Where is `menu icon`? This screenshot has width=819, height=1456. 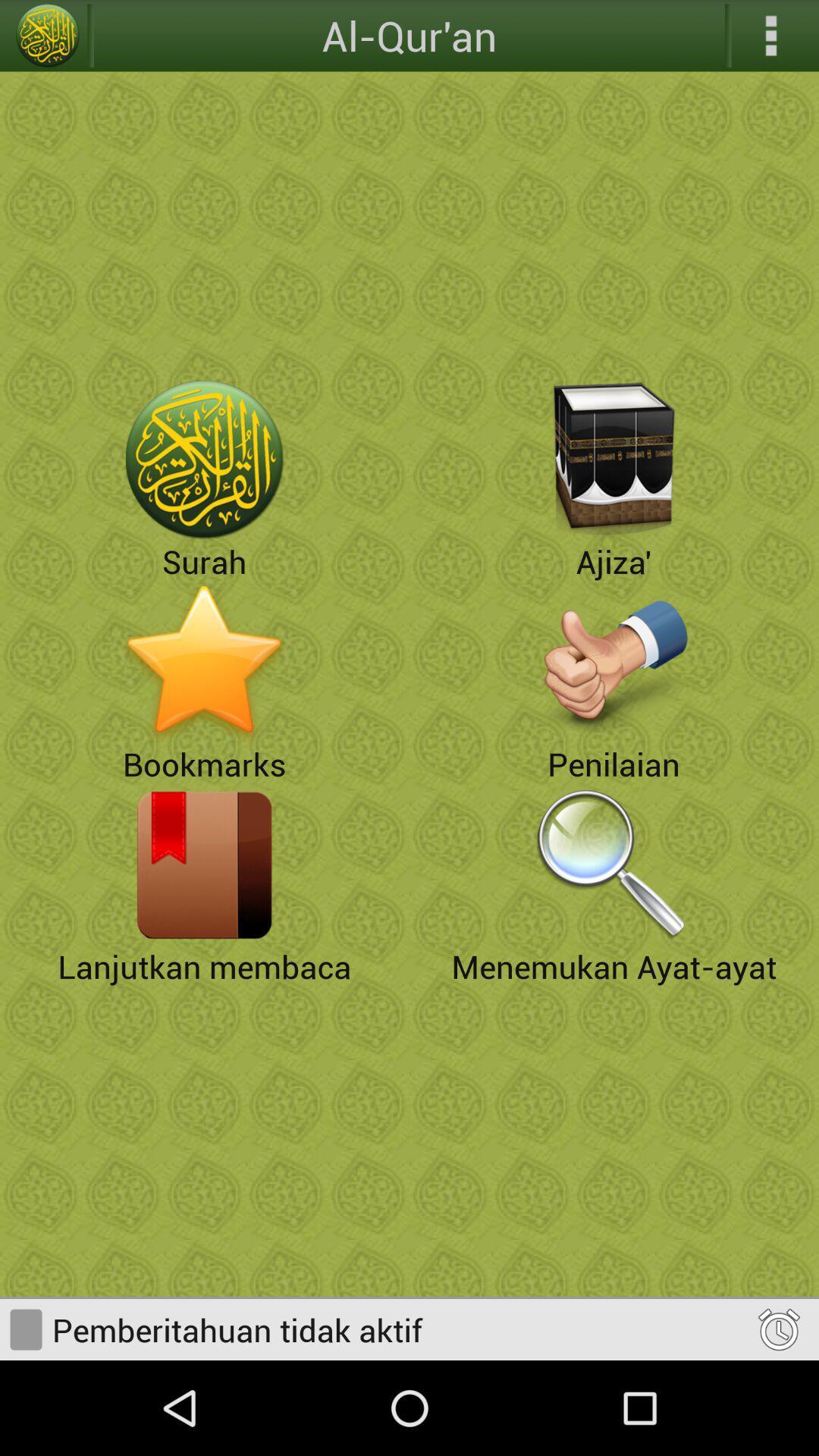 menu icon is located at coordinates (771, 36).